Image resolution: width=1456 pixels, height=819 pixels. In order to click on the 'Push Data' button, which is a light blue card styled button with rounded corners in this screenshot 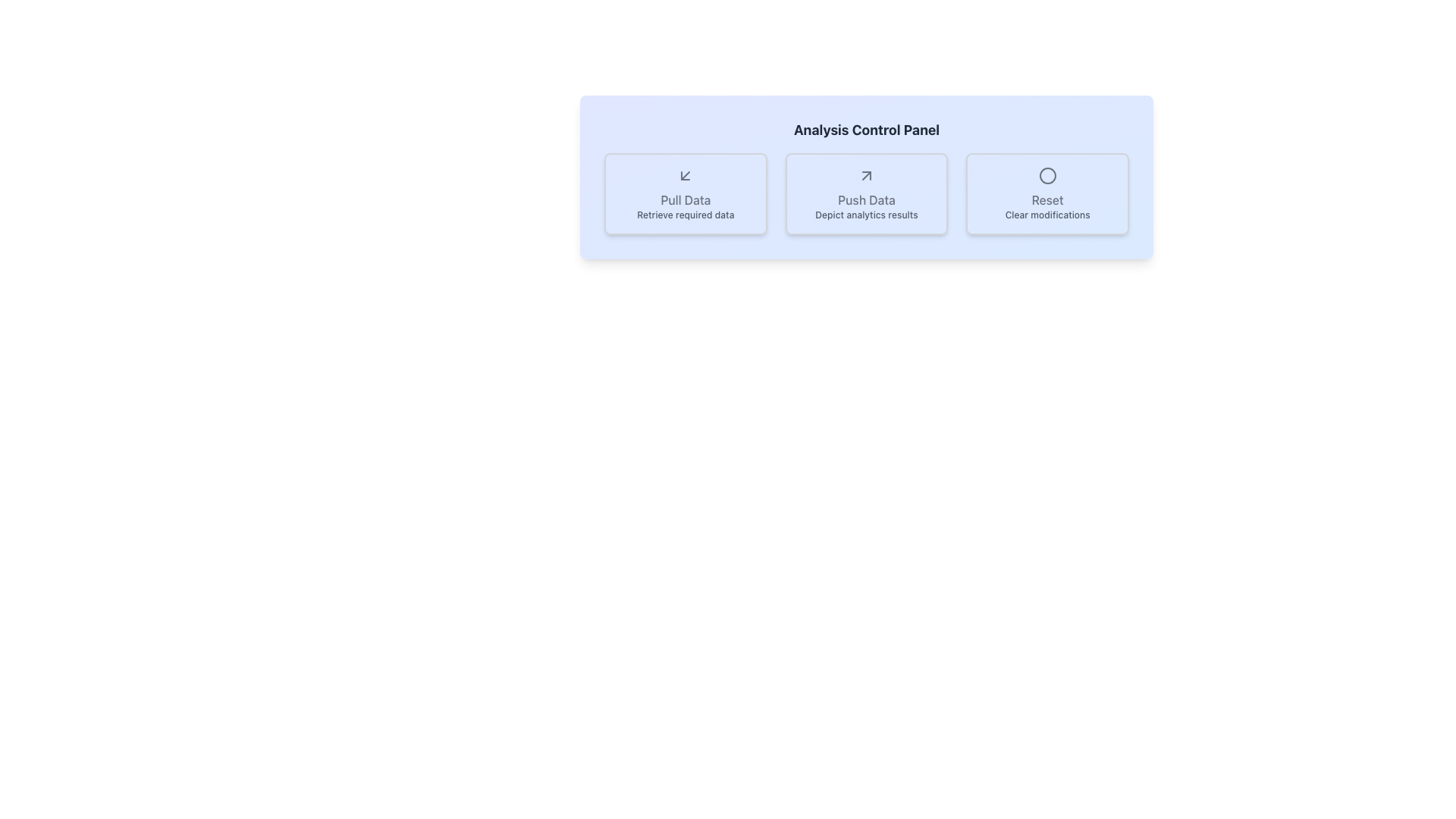, I will do `click(866, 193)`.